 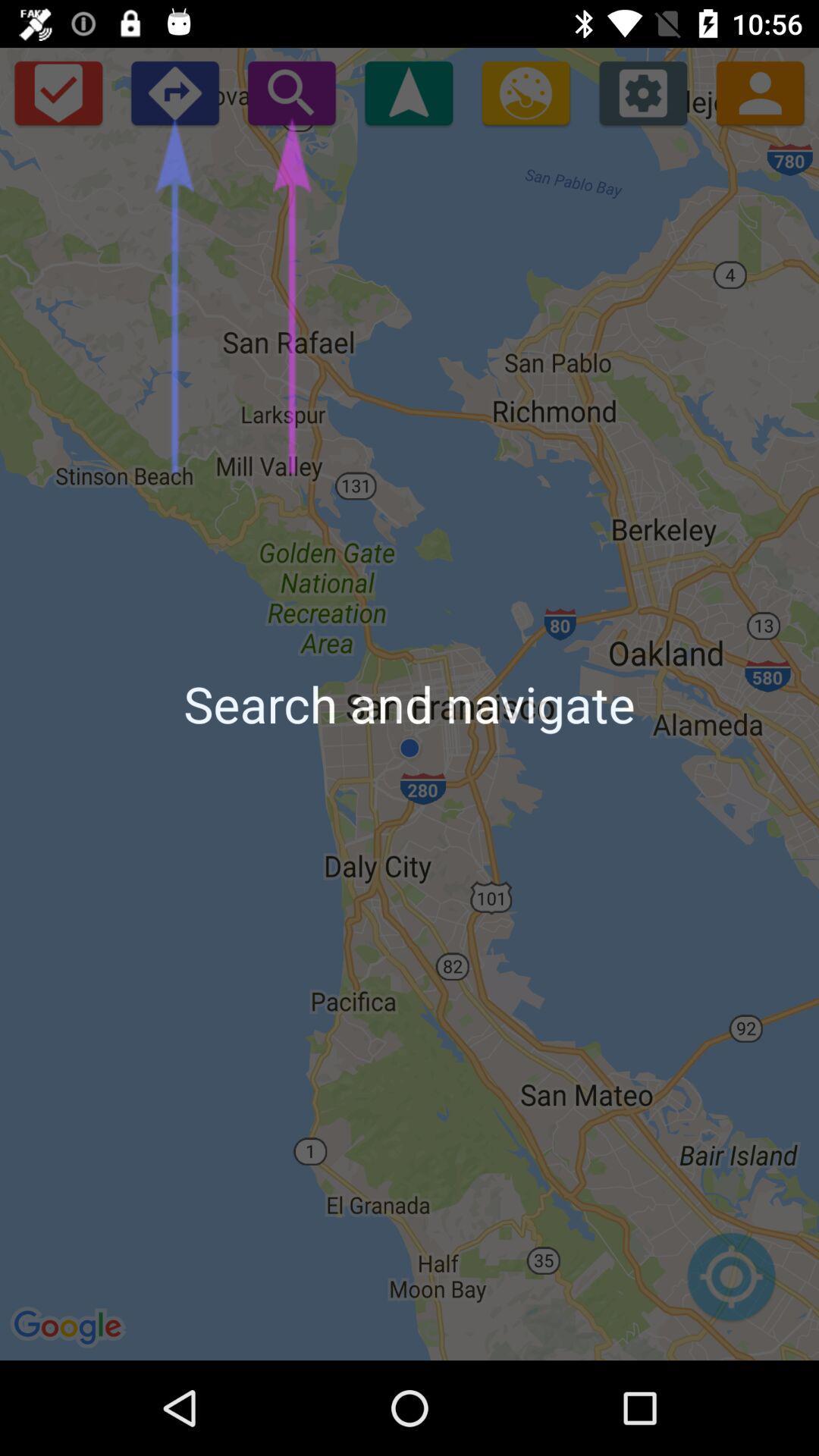 What do you see at coordinates (408, 92) in the screenshot?
I see `the navigation icon` at bounding box center [408, 92].